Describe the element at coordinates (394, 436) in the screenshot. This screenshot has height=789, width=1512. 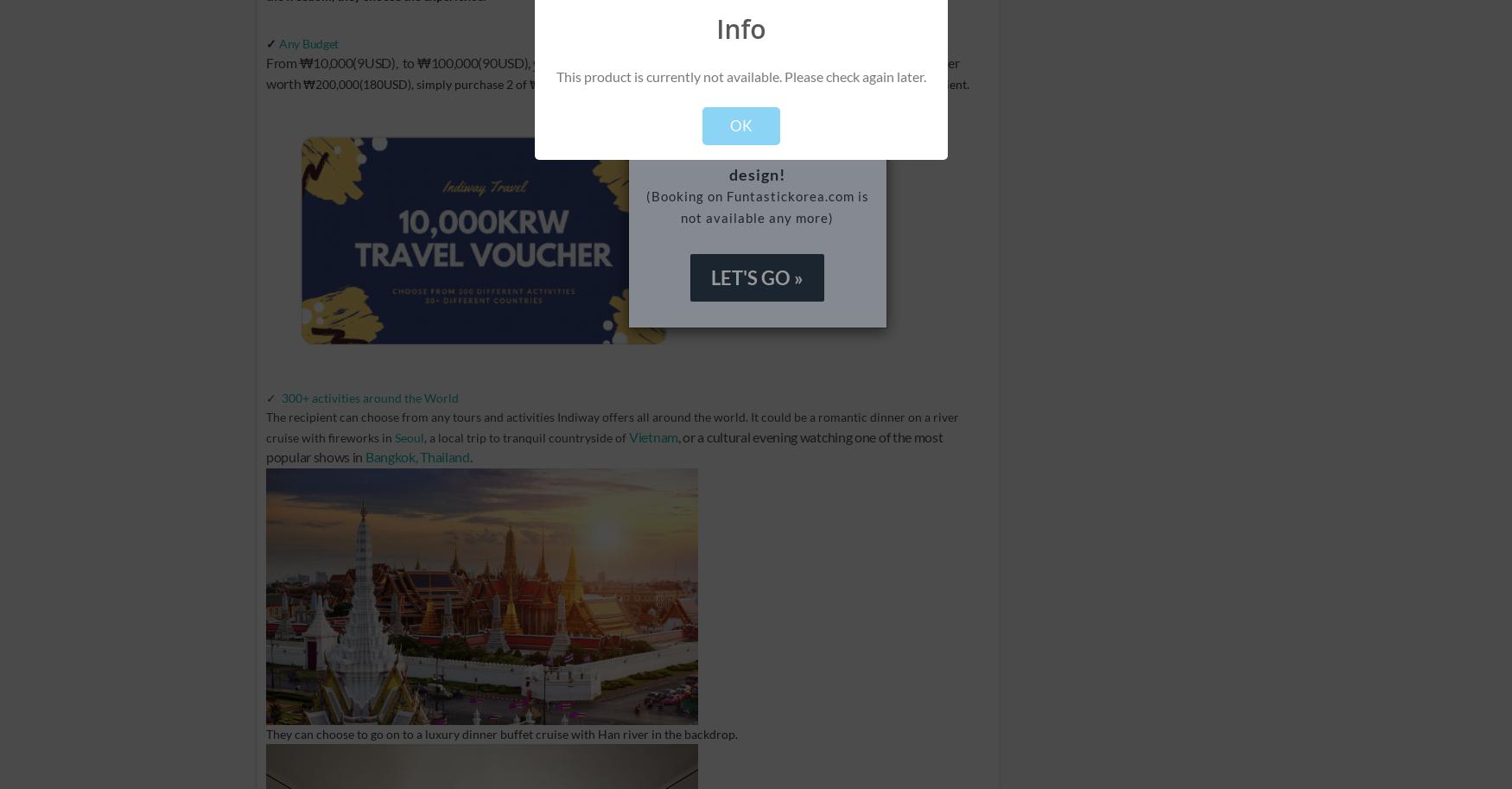
I see `'Seoul'` at that location.